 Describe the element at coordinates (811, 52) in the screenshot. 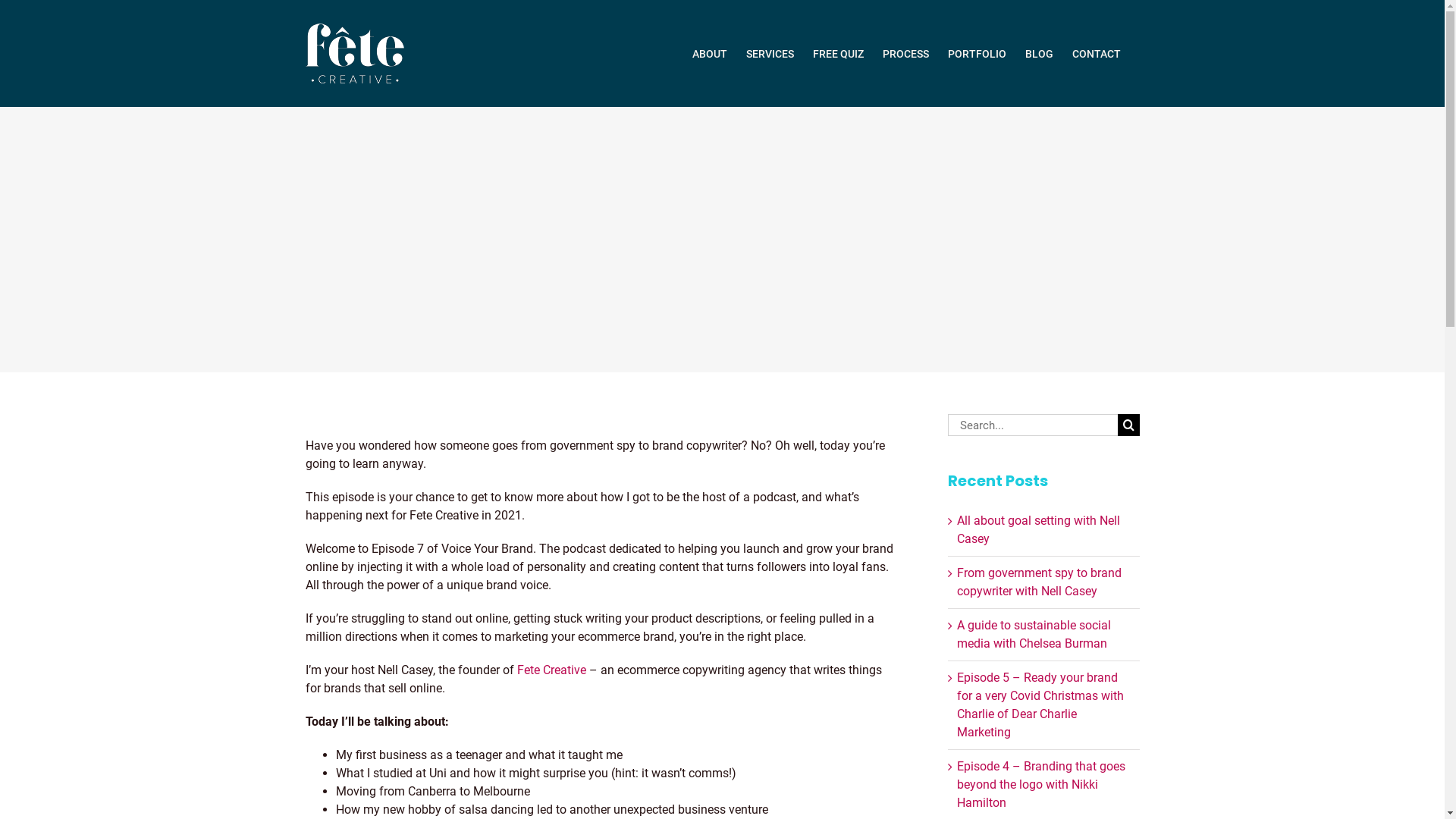

I see `'FREE QUIZ'` at that location.